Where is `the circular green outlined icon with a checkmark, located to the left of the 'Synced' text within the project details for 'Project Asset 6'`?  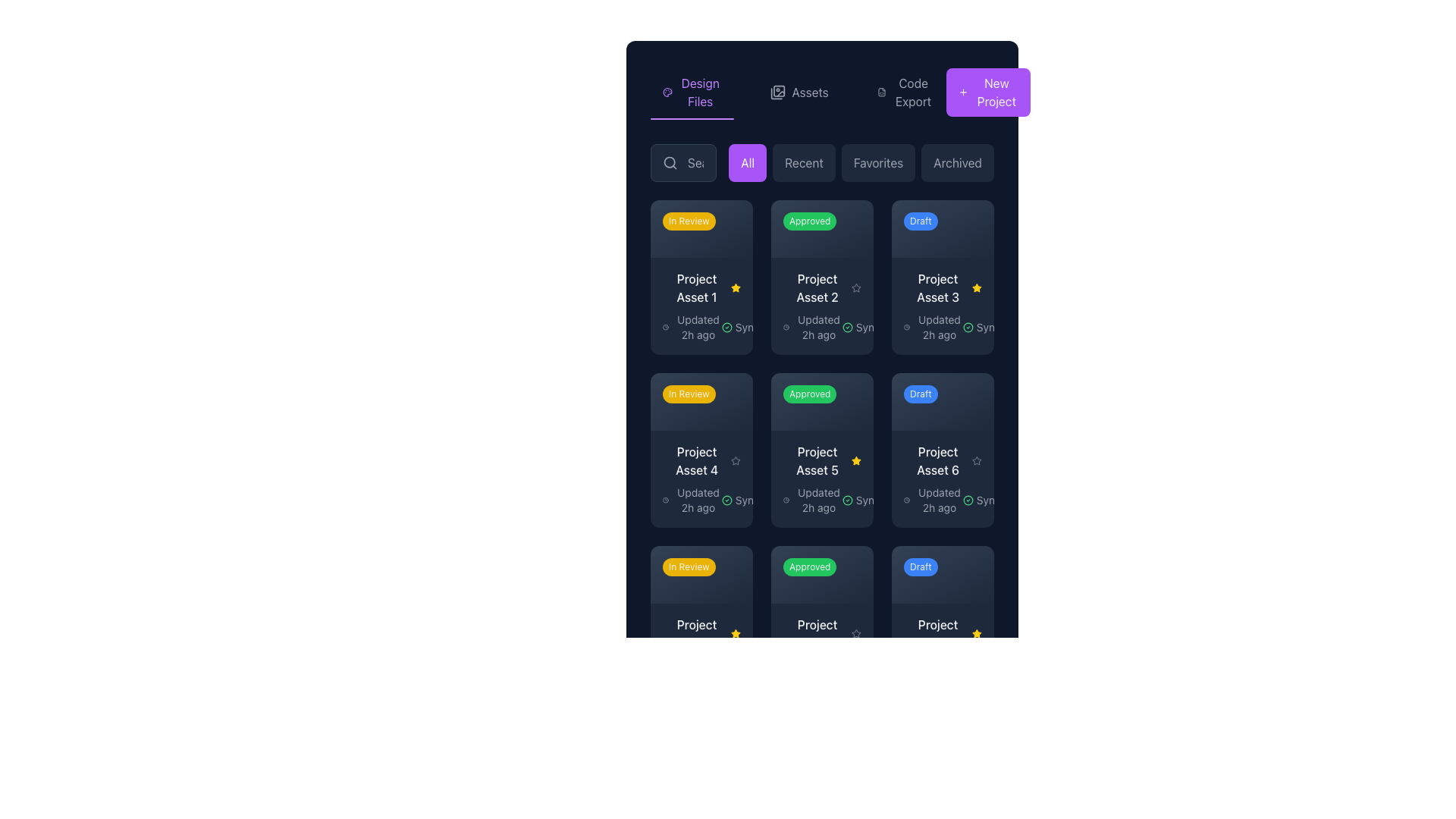
the circular green outlined icon with a checkmark, located to the left of the 'Synced' text within the project details for 'Project Asset 6' is located at coordinates (967, 500).